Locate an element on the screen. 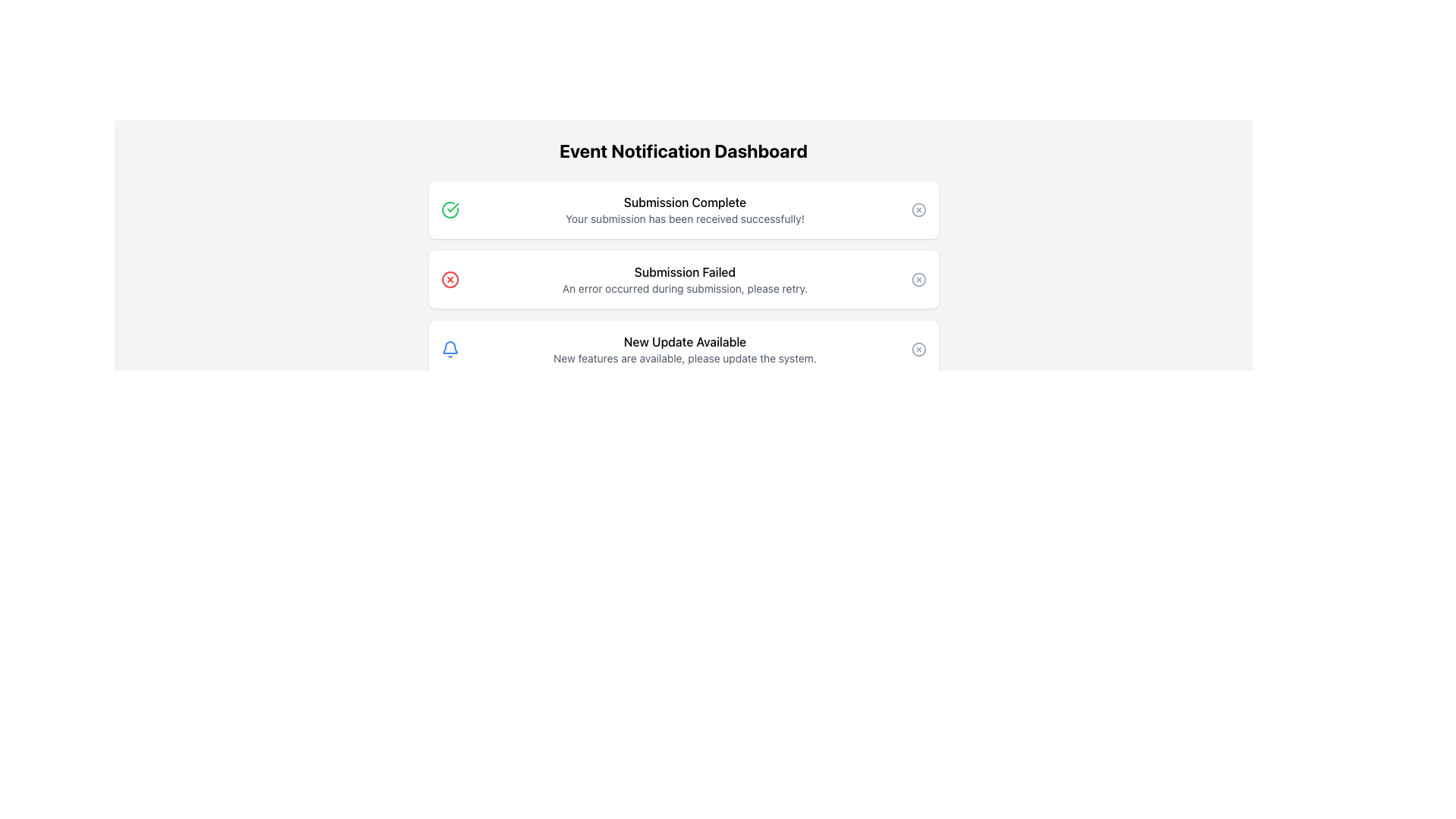 The width and height of the screenshot is (1456, 819). the informational static text that confirms the successful completion of the submission process, located beneath the 'Submission Complete' text element is located at coordinates (684, 219).